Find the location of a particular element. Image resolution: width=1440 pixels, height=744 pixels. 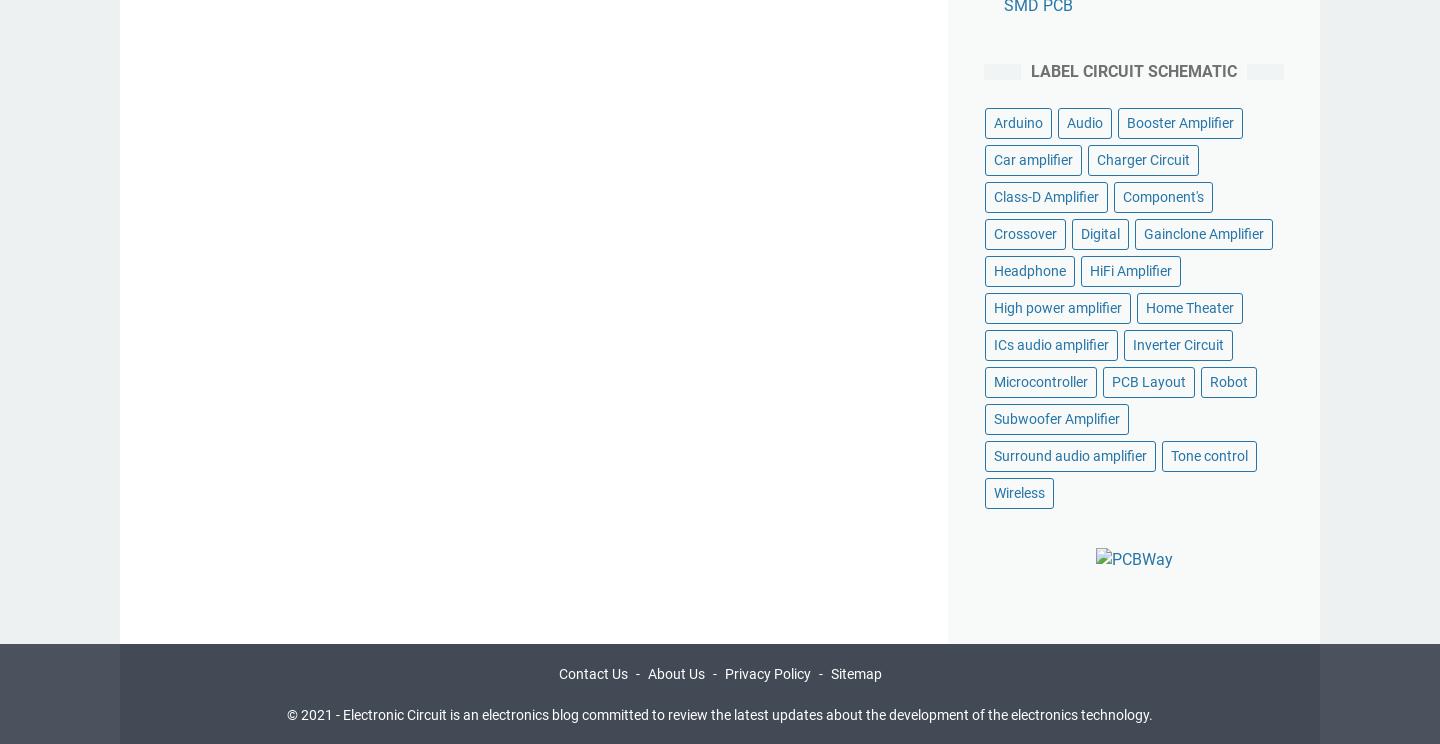

'About Us' is located at coordinates (675, 672).